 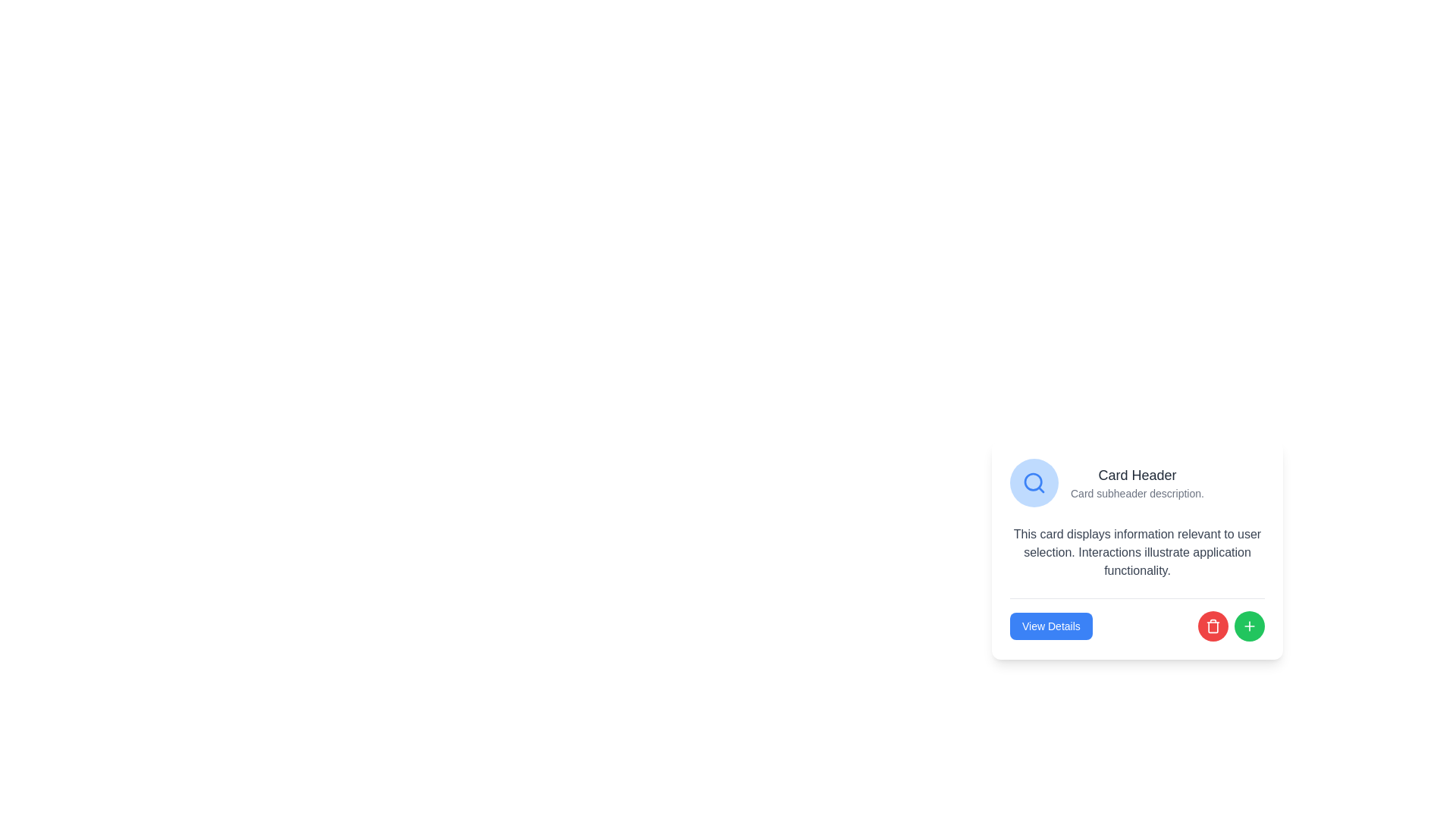 What do you see at coordinates (1231, 626) in the screenshot?
I see `the red circular button containing the trash can icon located in the bottom-right section of the card layout to initiate a delete action` at bounding box center [1231, 626].